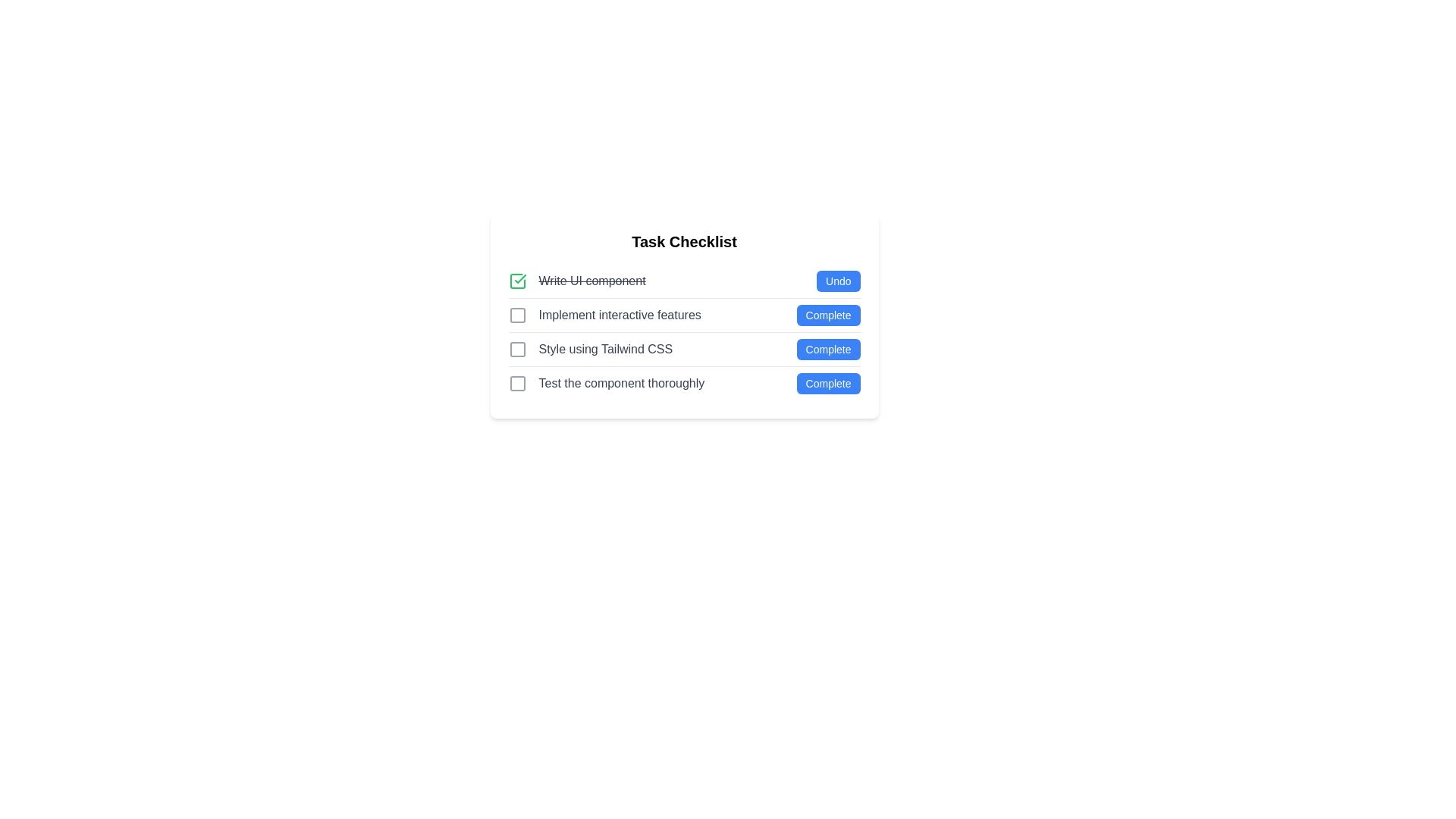 Image resolution: width=1456 pixels, height=819 pixels. I want to click on the checkbox associated with the Task label 'Test the component thoroughly' to mark the task as complete, so click(605, 382).